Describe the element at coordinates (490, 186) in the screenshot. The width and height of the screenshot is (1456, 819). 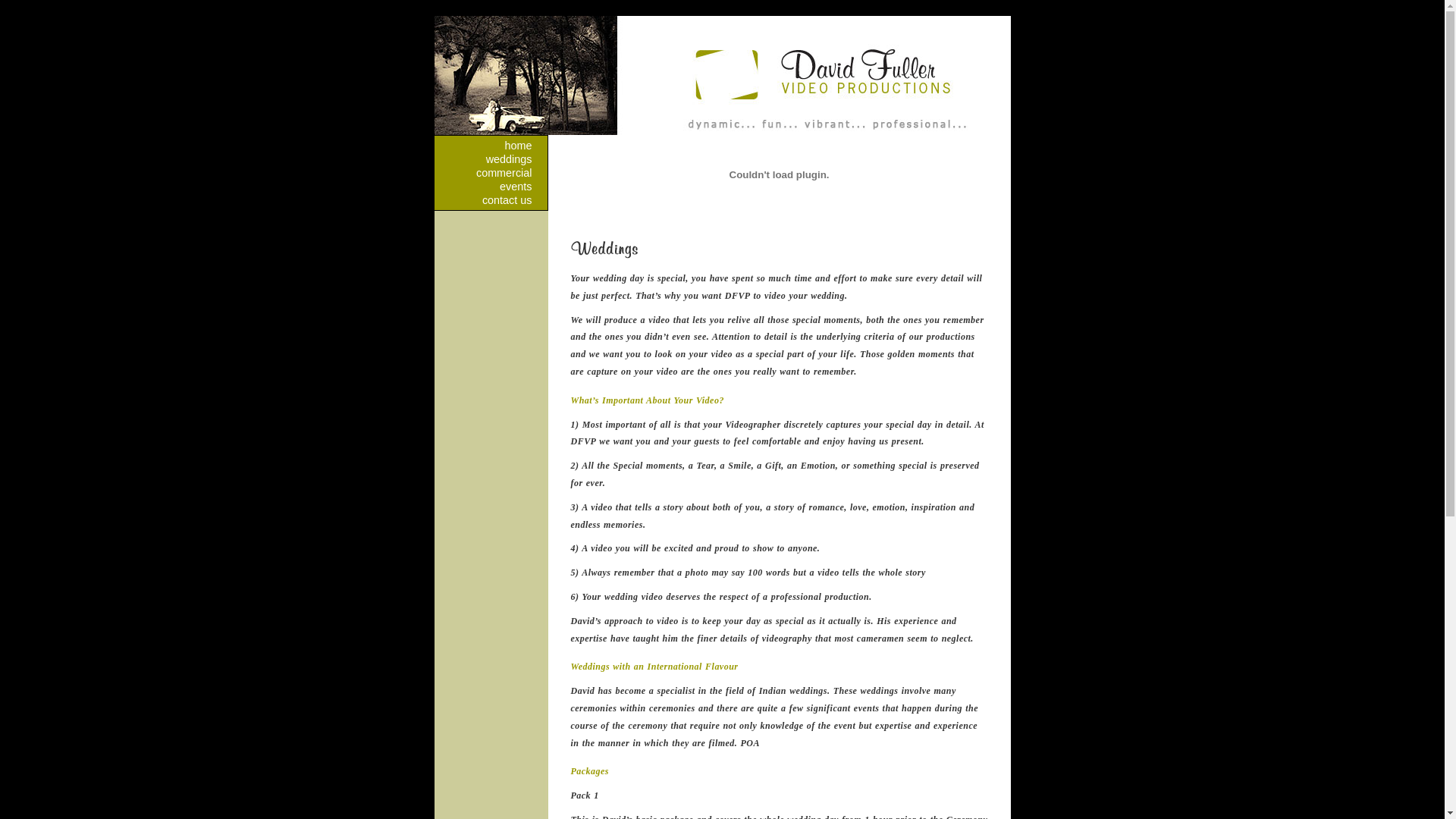
I see `'events'` at that location.